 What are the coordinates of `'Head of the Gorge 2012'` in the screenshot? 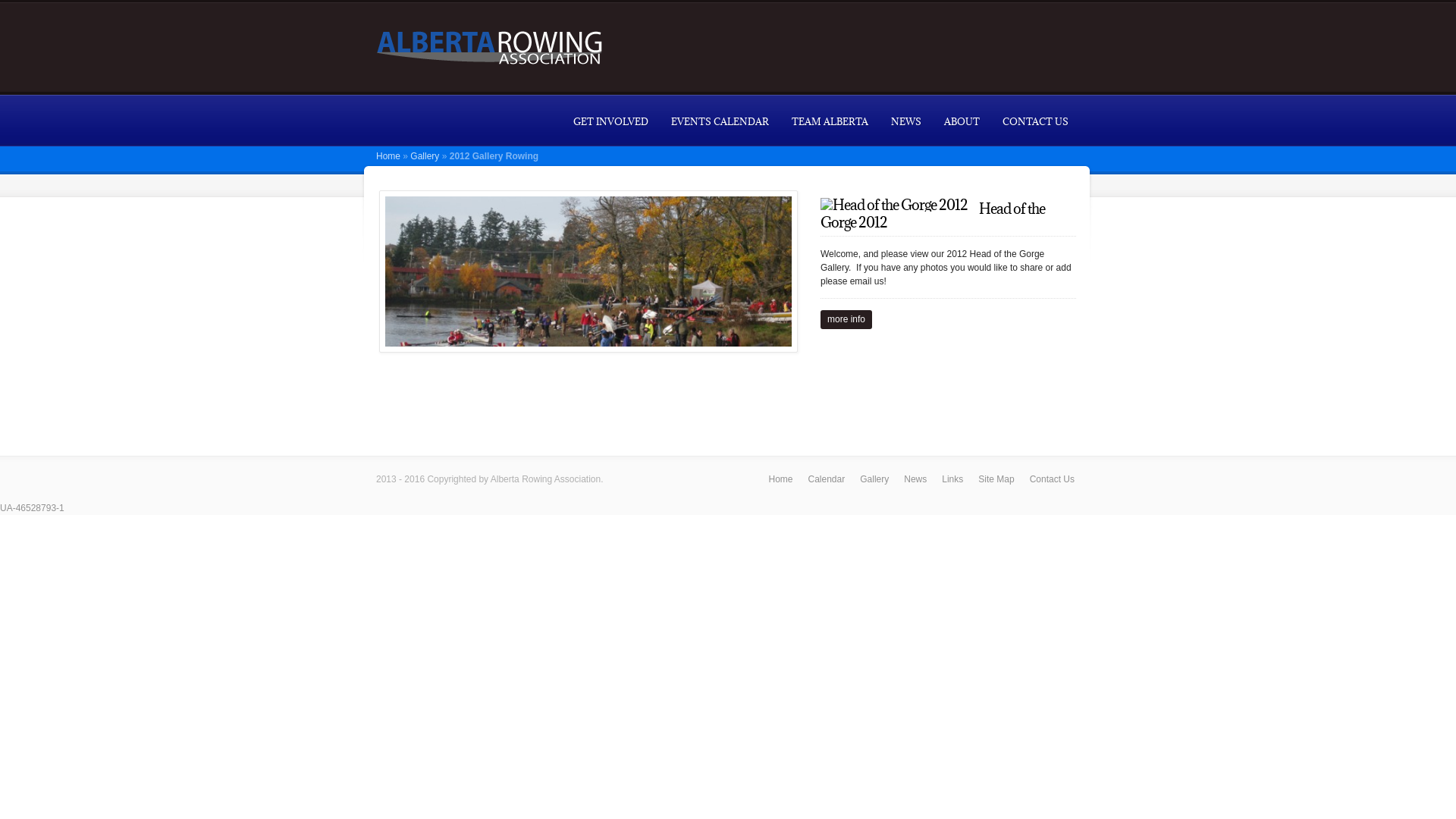 It's located at (931, 215).